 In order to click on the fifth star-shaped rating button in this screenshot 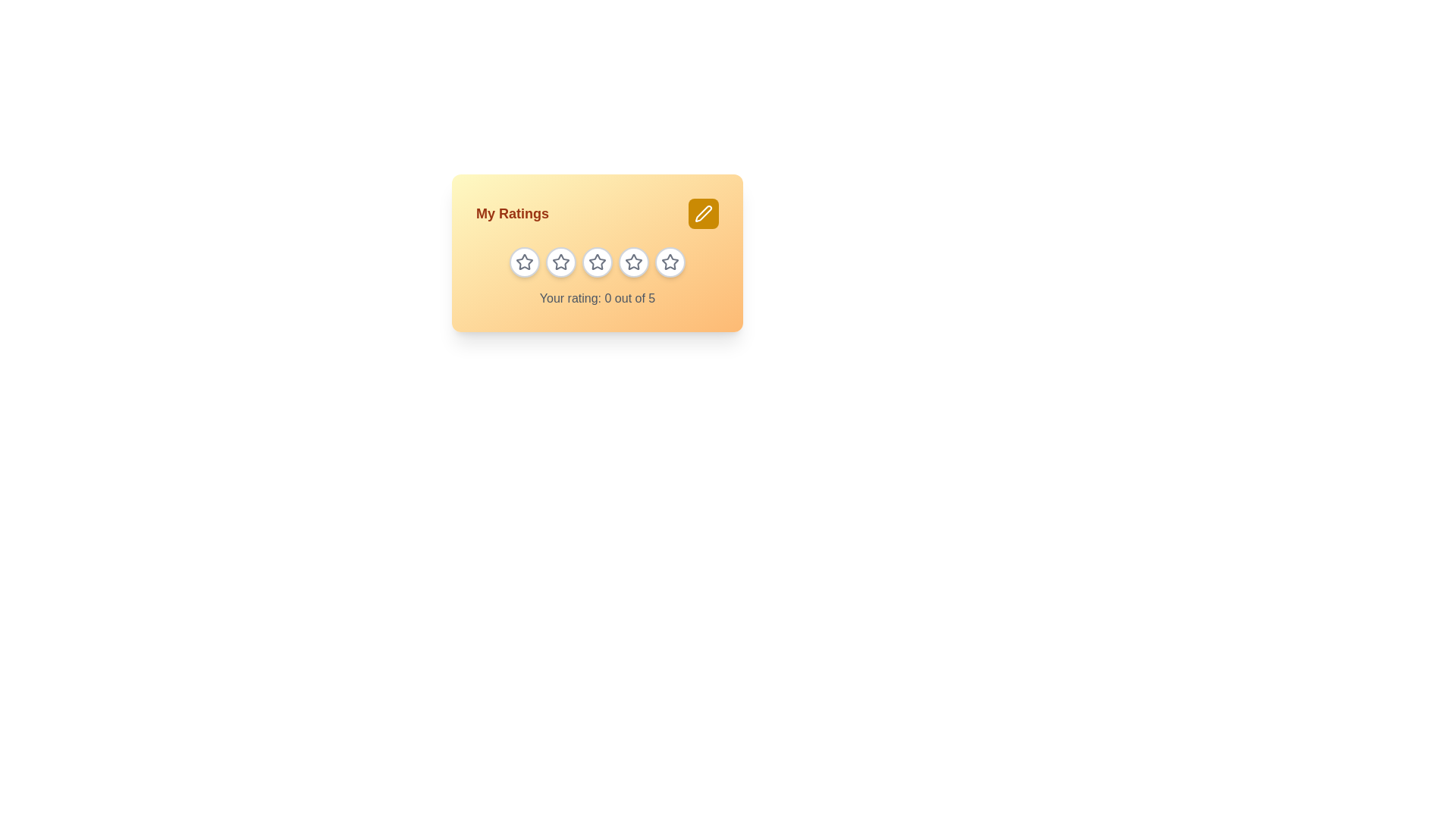, I will do `click(669, 262)`.